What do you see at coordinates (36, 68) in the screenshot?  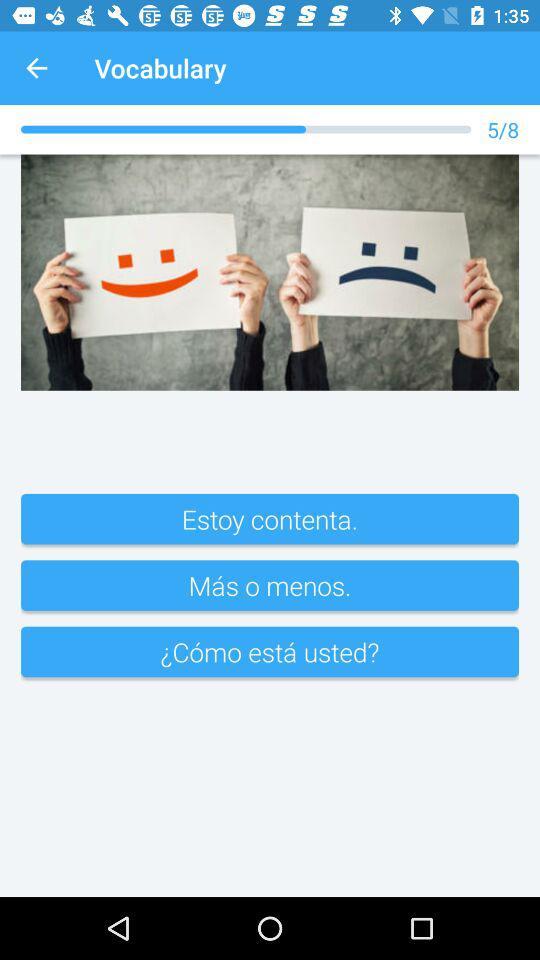 I see `the app to the left of the vocabulary item` at bounding box center [36, 68].